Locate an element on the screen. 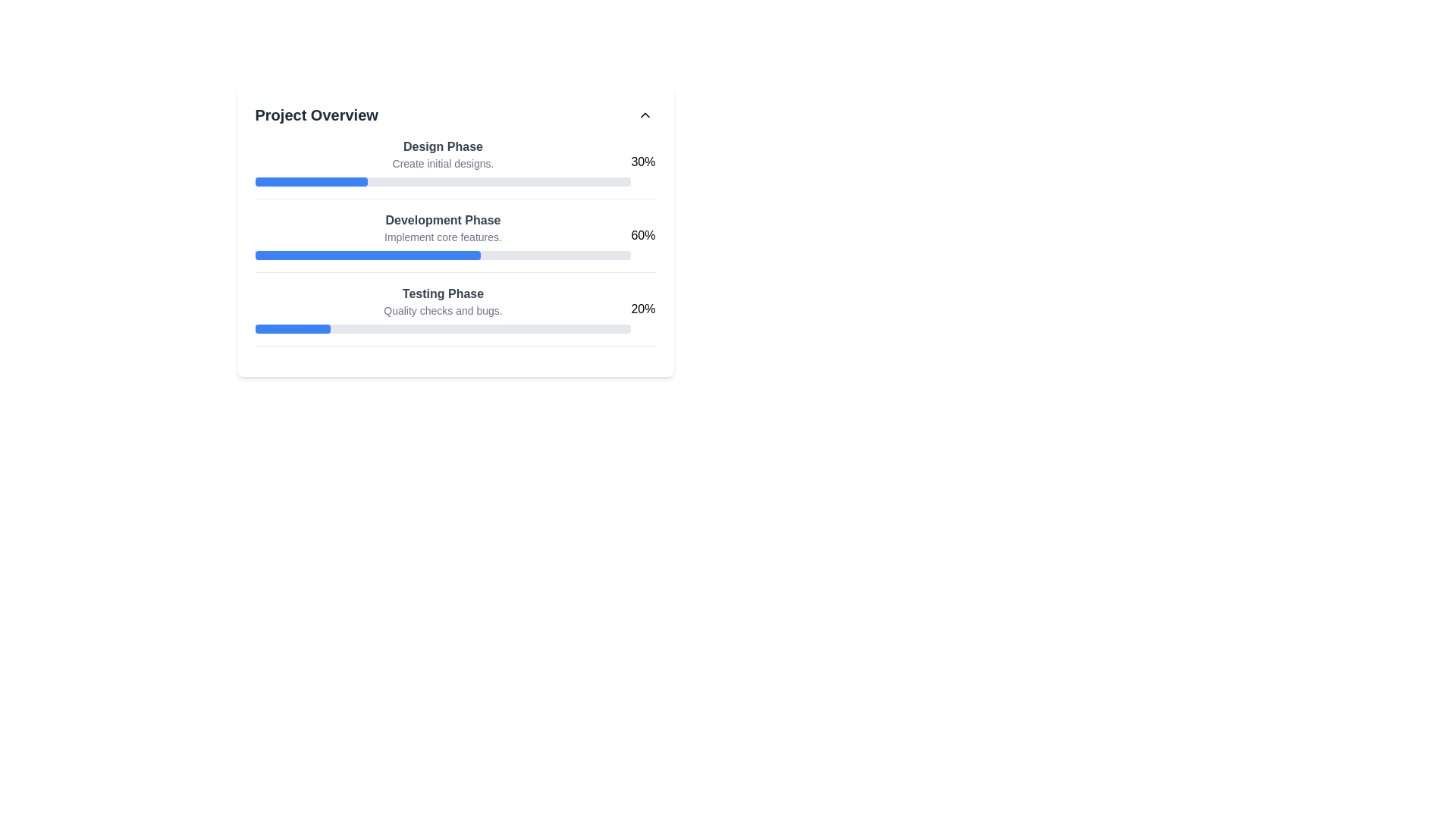 The image size is (1456, 819). phase descriptions from the progress overview element that displays the completion status of Design Phase, Development Phase, and Testing Phase is located at coordinates (454, 231).